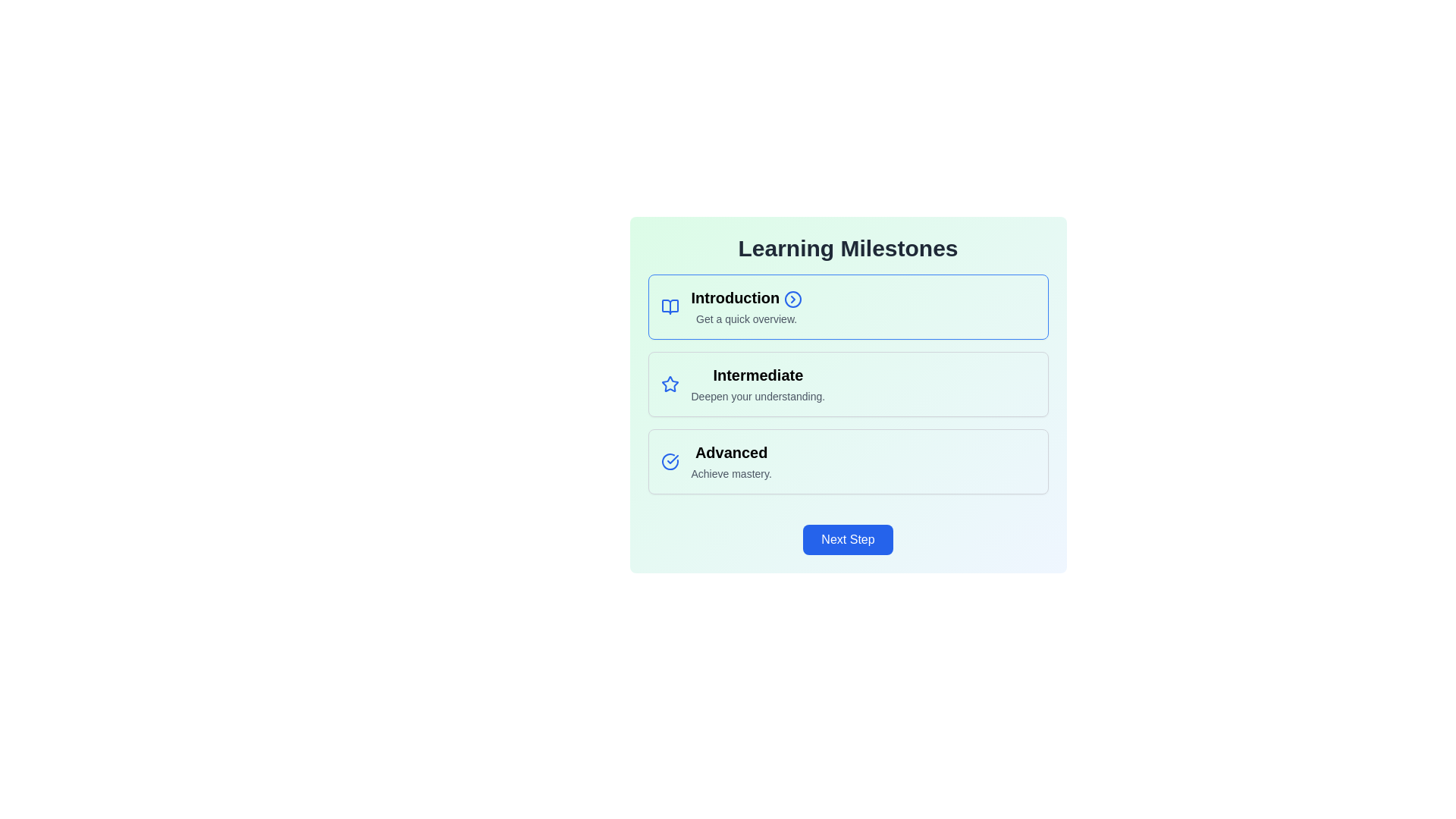 The height and width of the screenshot is (819, 1456). Describe the element at coordinates (731, 452) in the screenshot. I see `the heading 'Advanced Achieve mastery.'` at that location.